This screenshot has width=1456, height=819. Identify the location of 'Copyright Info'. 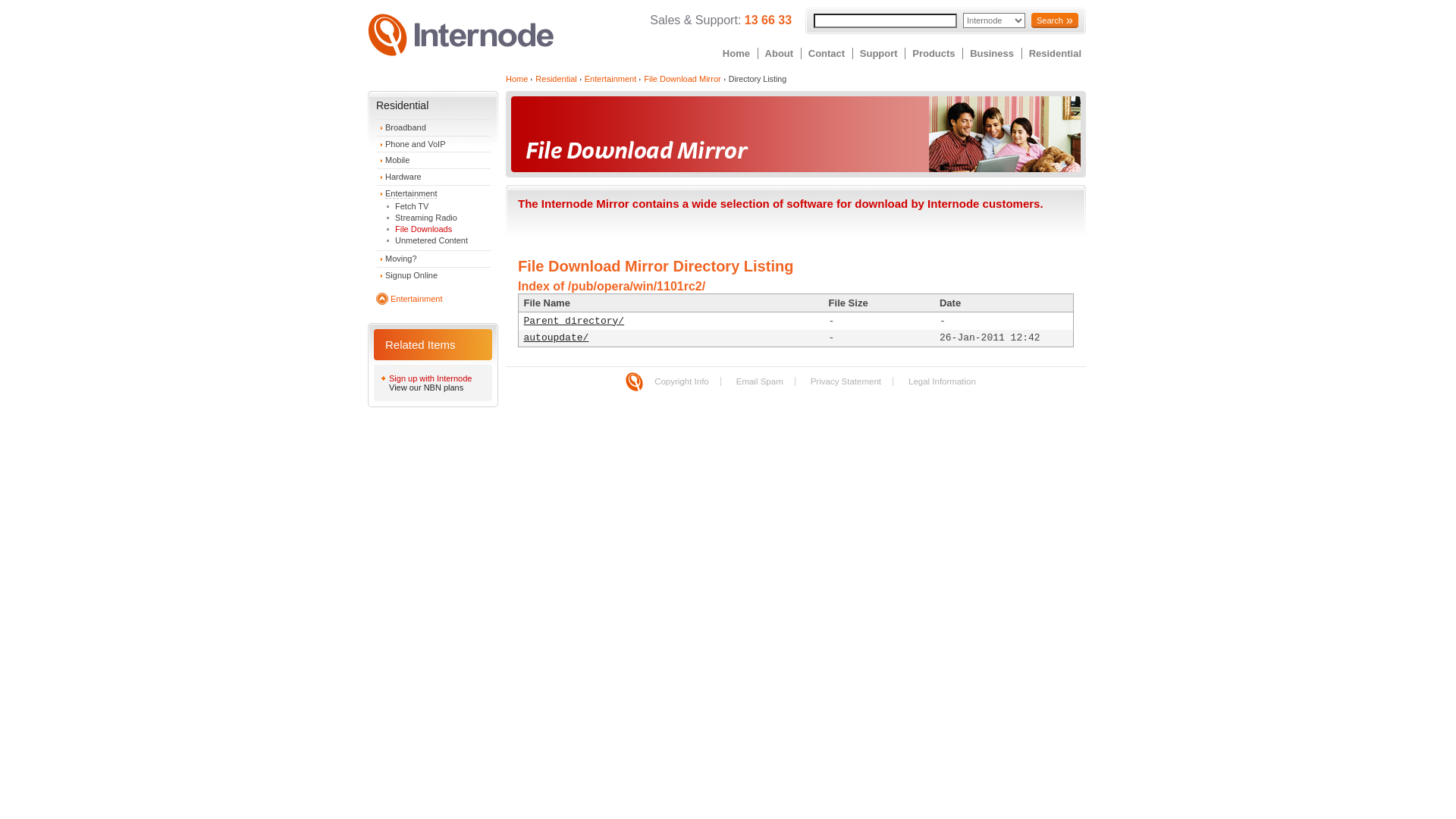
(680, 380).